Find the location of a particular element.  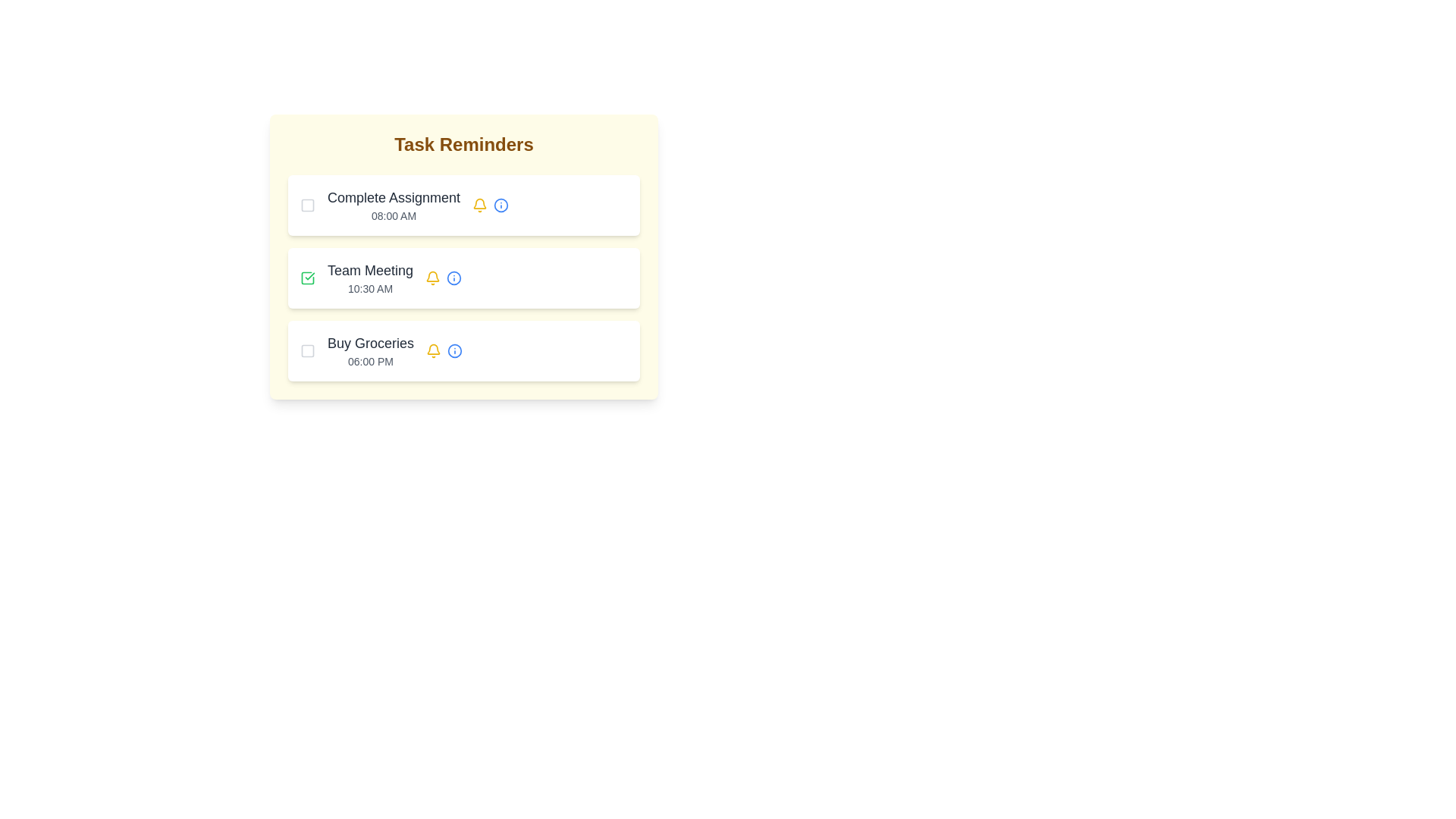

on the bold text label displaying 'Team Meeting' located at the top left corner of the second reminder card is located at coordinates (370, 270).